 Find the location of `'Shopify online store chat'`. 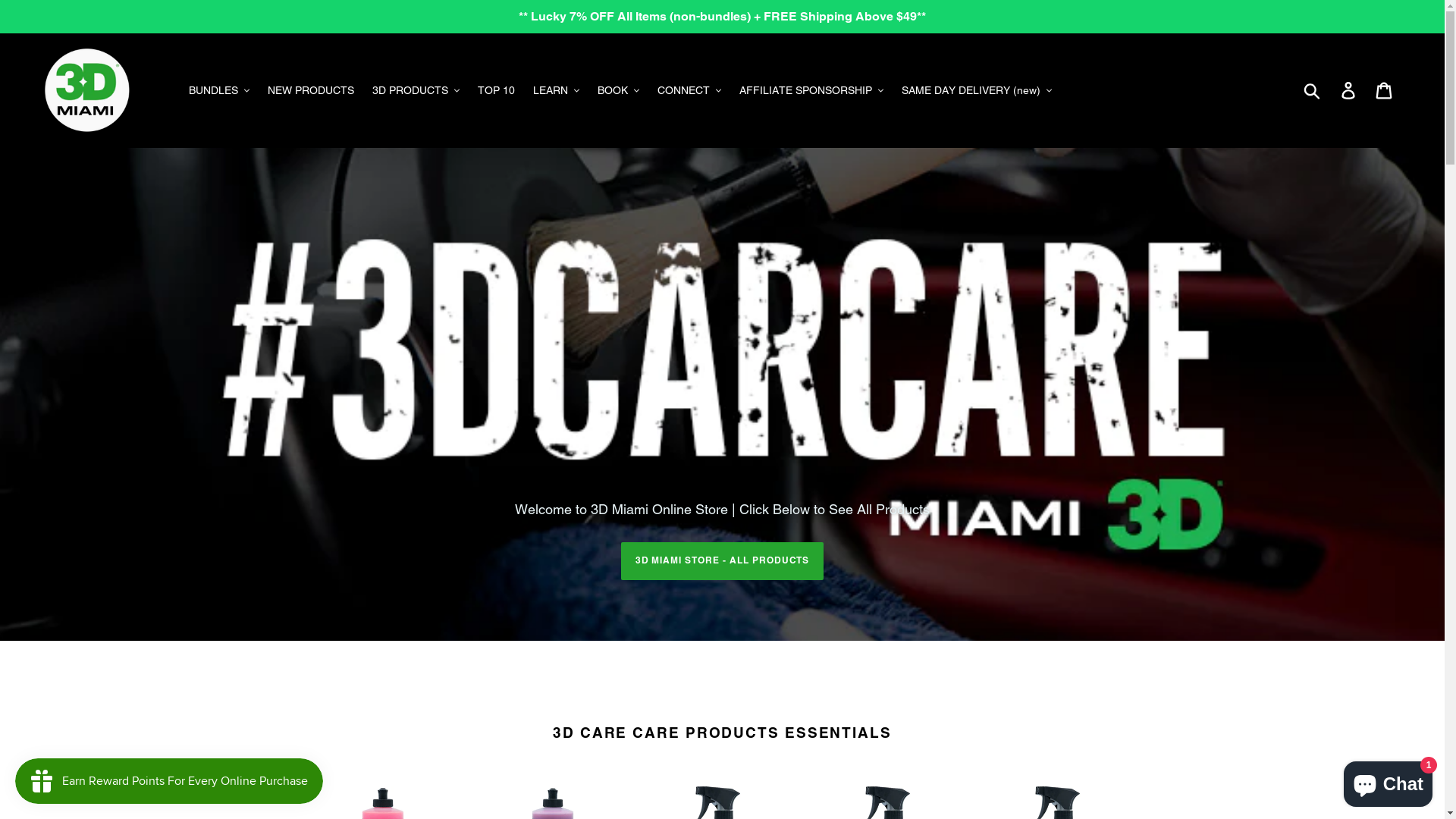

'Shopify online store chat' is located at coordinates (1388, 780).